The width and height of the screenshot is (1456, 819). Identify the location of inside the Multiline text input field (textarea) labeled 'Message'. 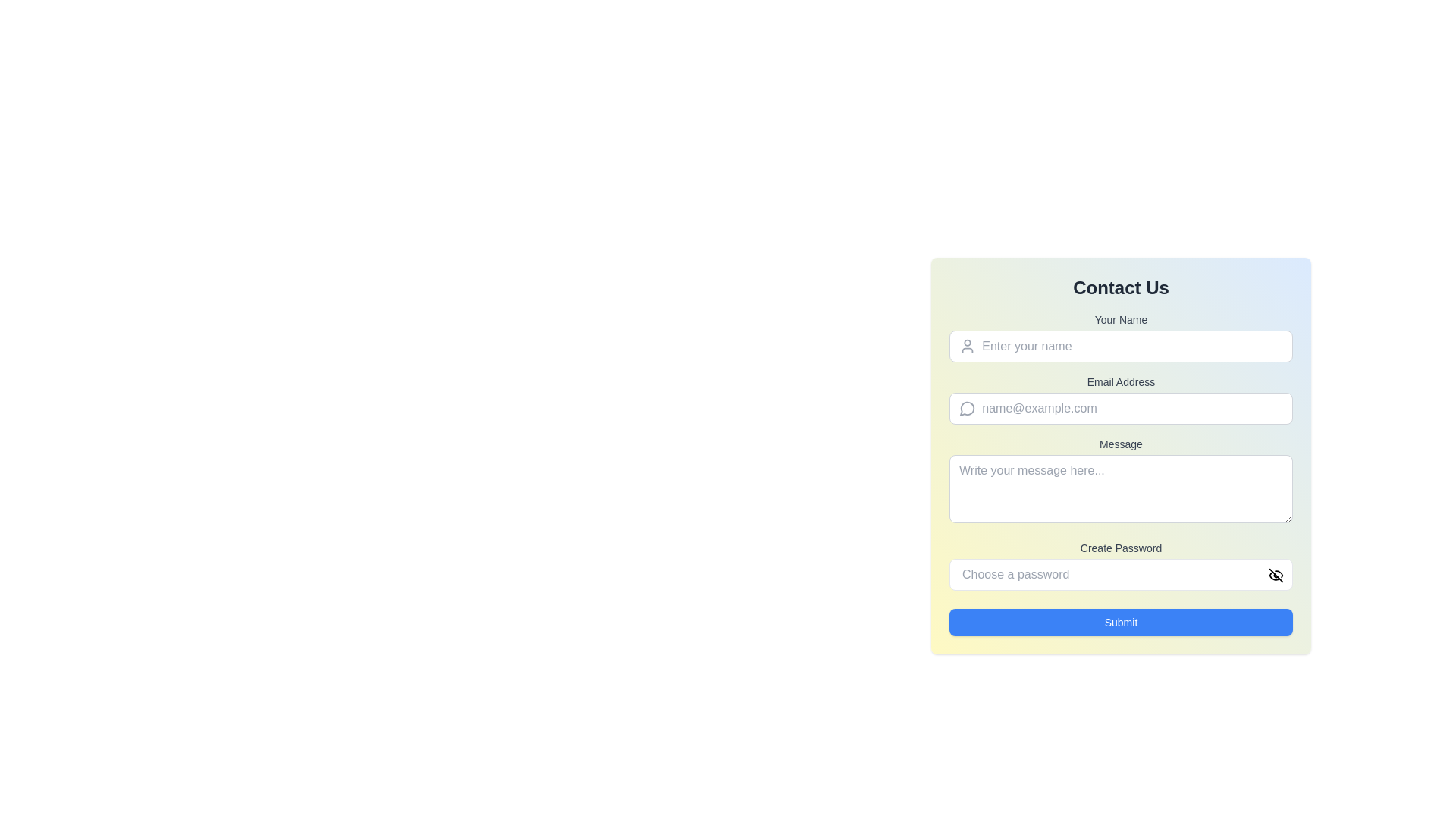
(1121, 455).